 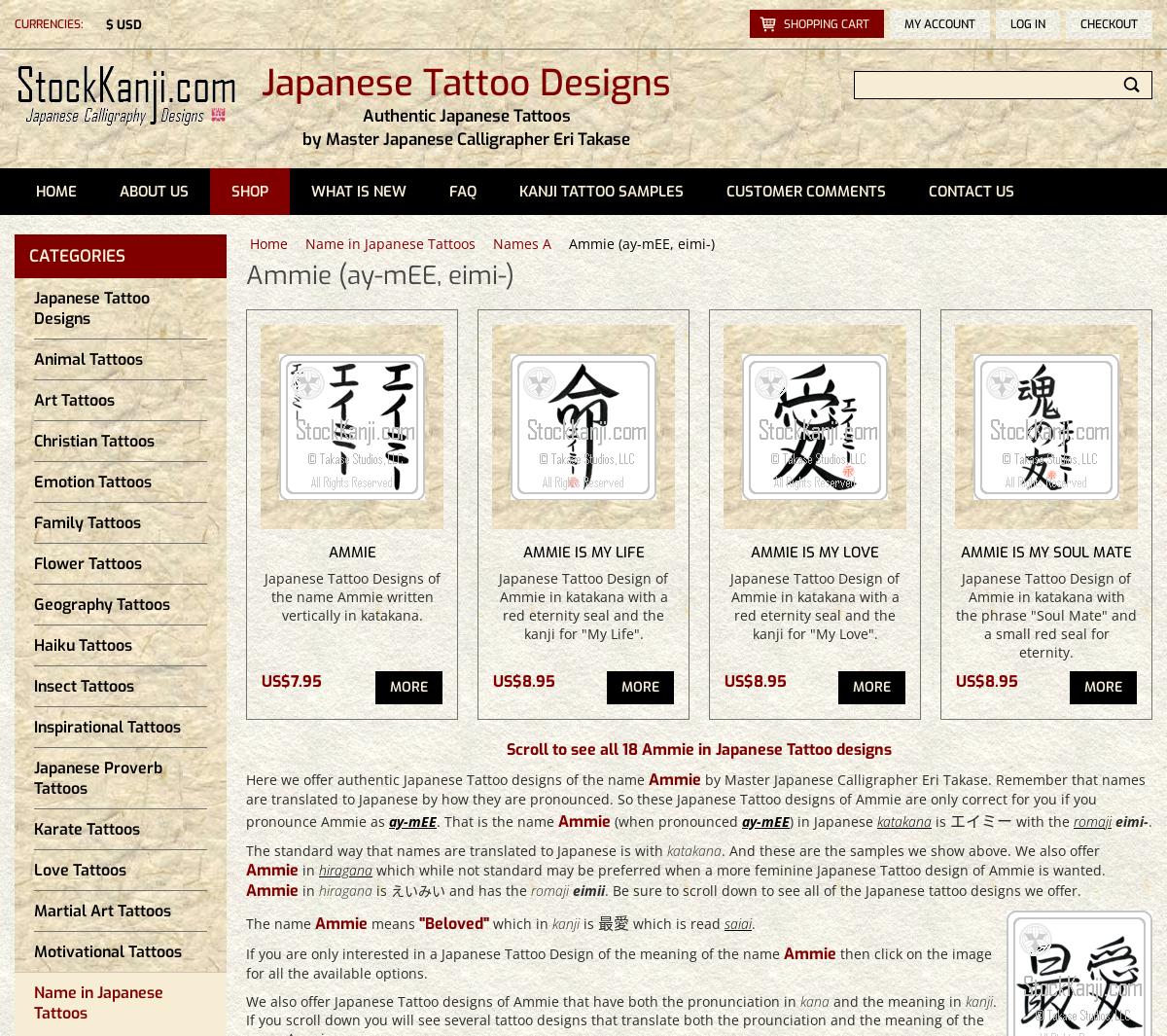 What do you see at coordinates (302, 138) in the screenshot?
I see `'by Master Japanese Calligrapher Eri Takase'` at bounding box center [302, 138].